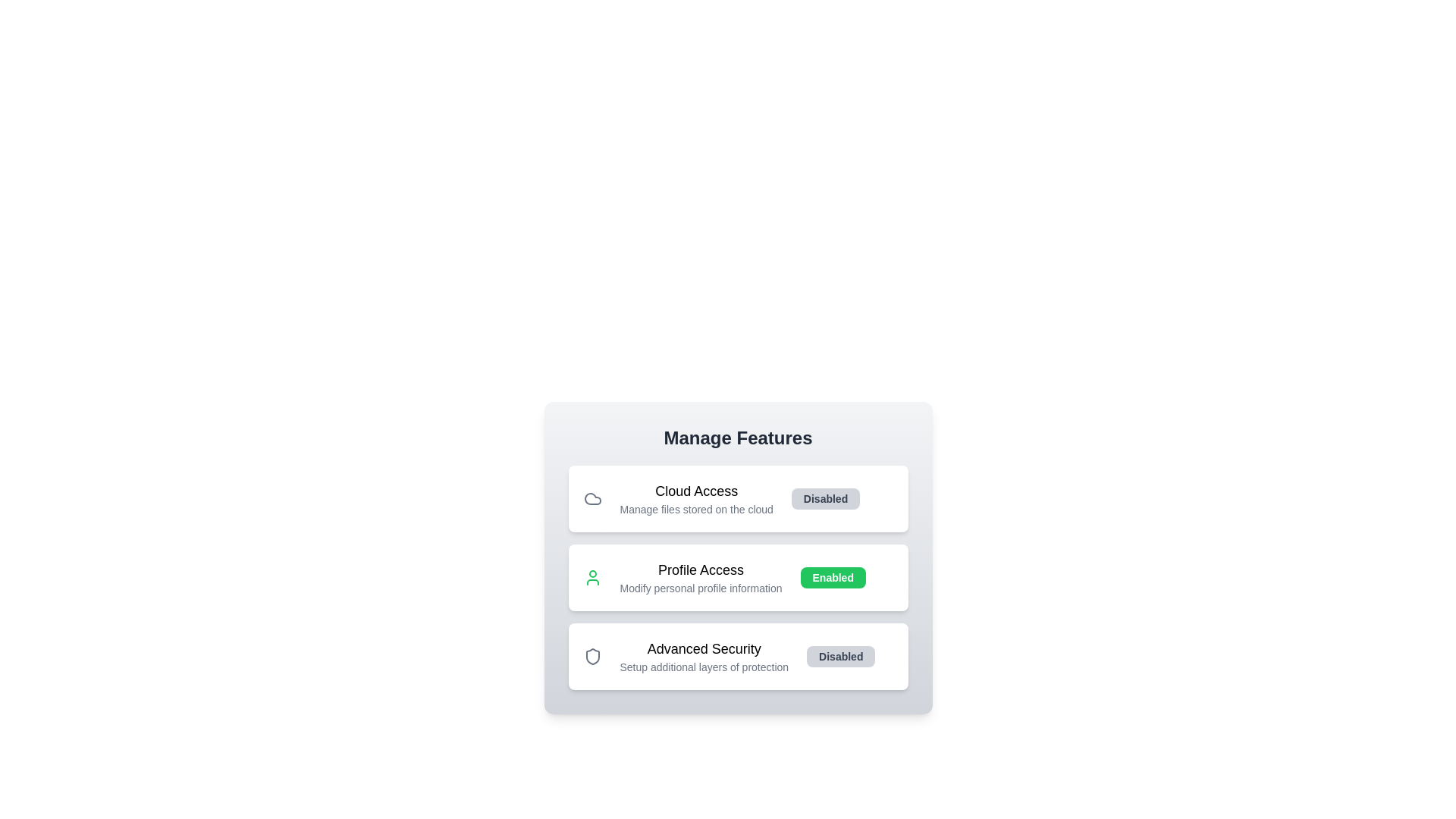 The height and width of the screenshot is (819, 1456). Describe the element at coordinates (825, 499) in the screenshot. I see `toggle button for the feature identified by Cloud Access` at that location.